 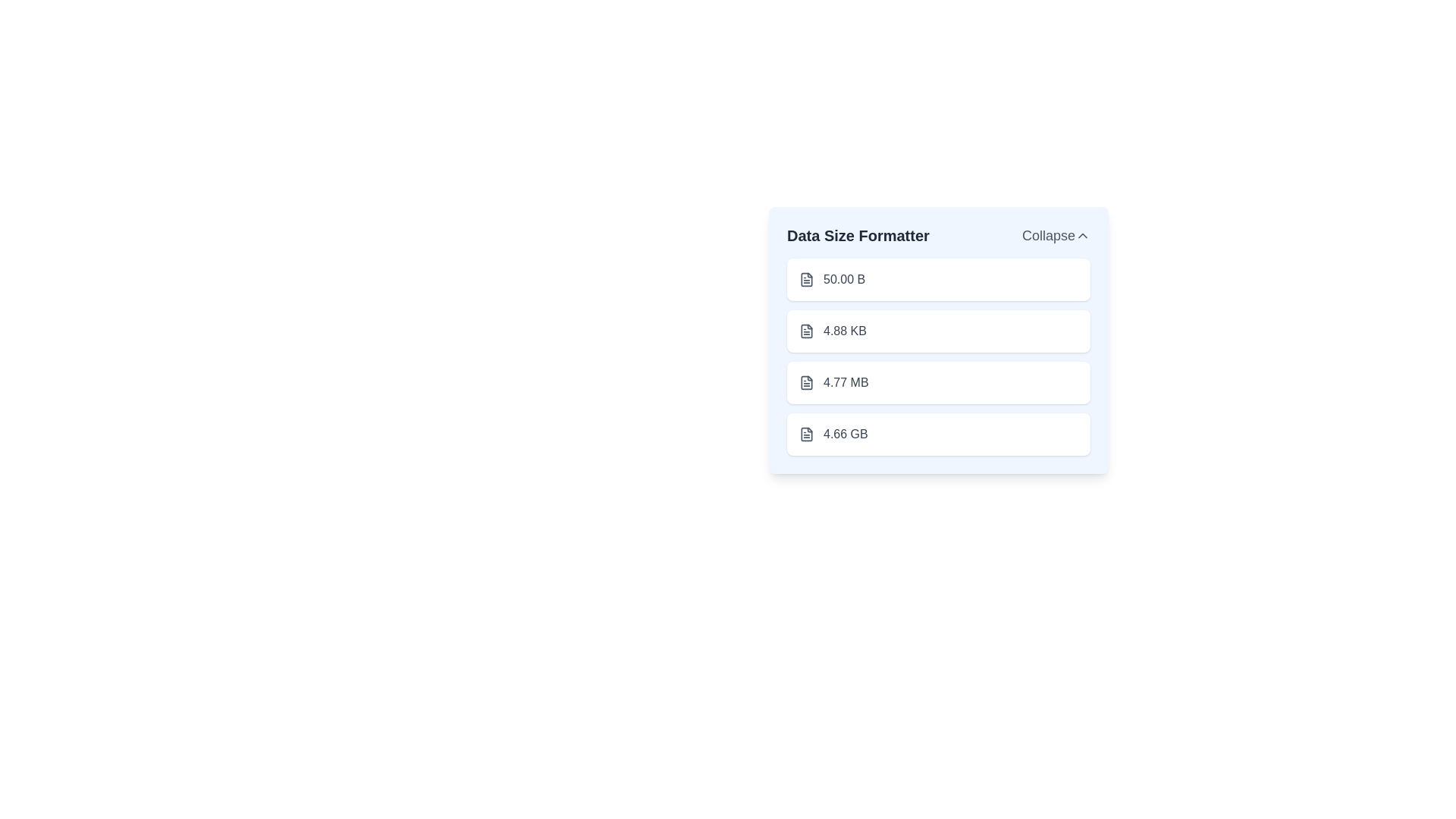 What do you see at coordinates (806, 330) in the screenshot?
I see `the small gray document icon located to the left of the text '4.88 KB' within the white card displaying file size information` at bounding box center [806, 330].